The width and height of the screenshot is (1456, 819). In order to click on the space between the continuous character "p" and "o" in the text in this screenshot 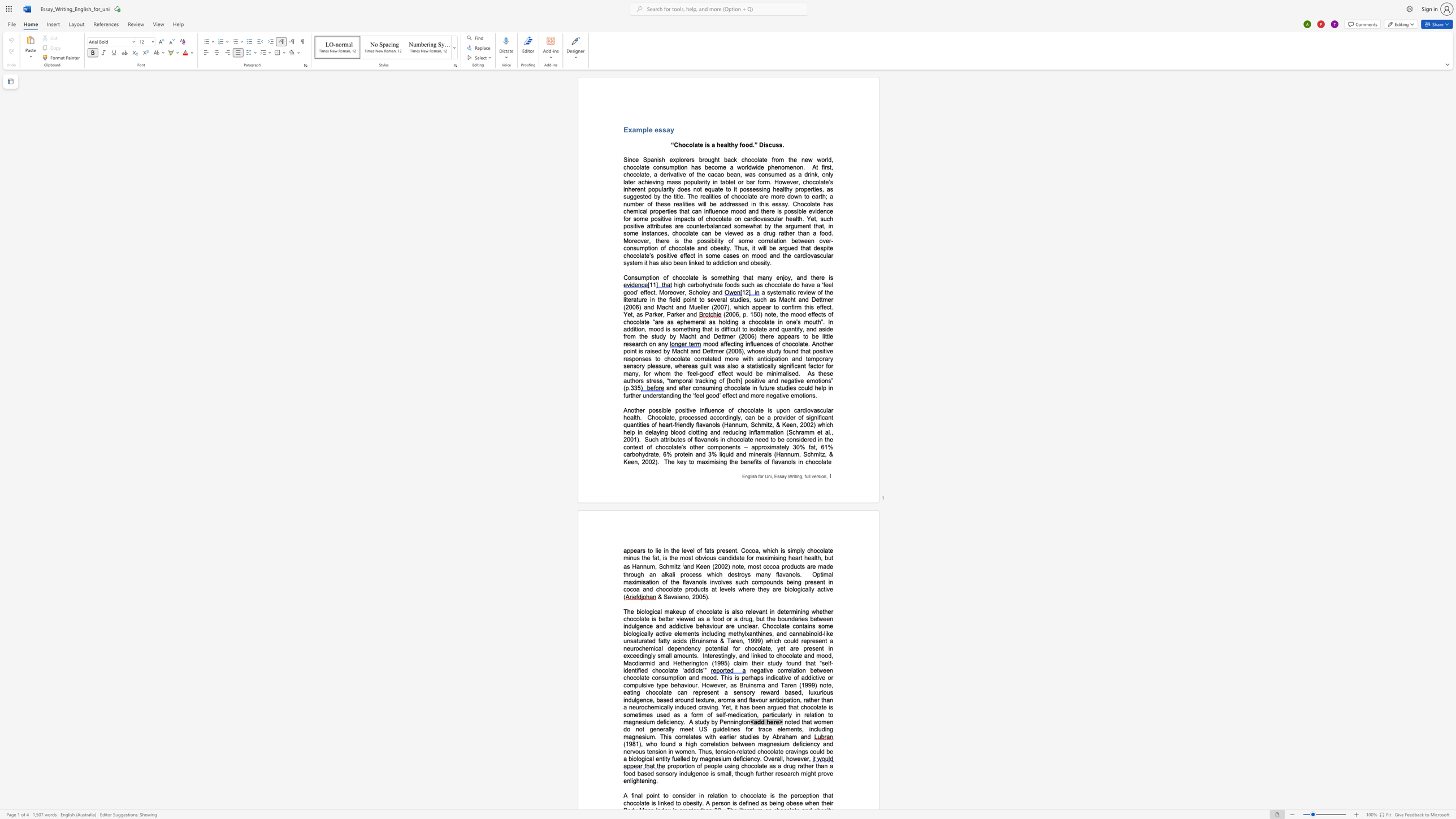, I will do `click(649, 795)`.